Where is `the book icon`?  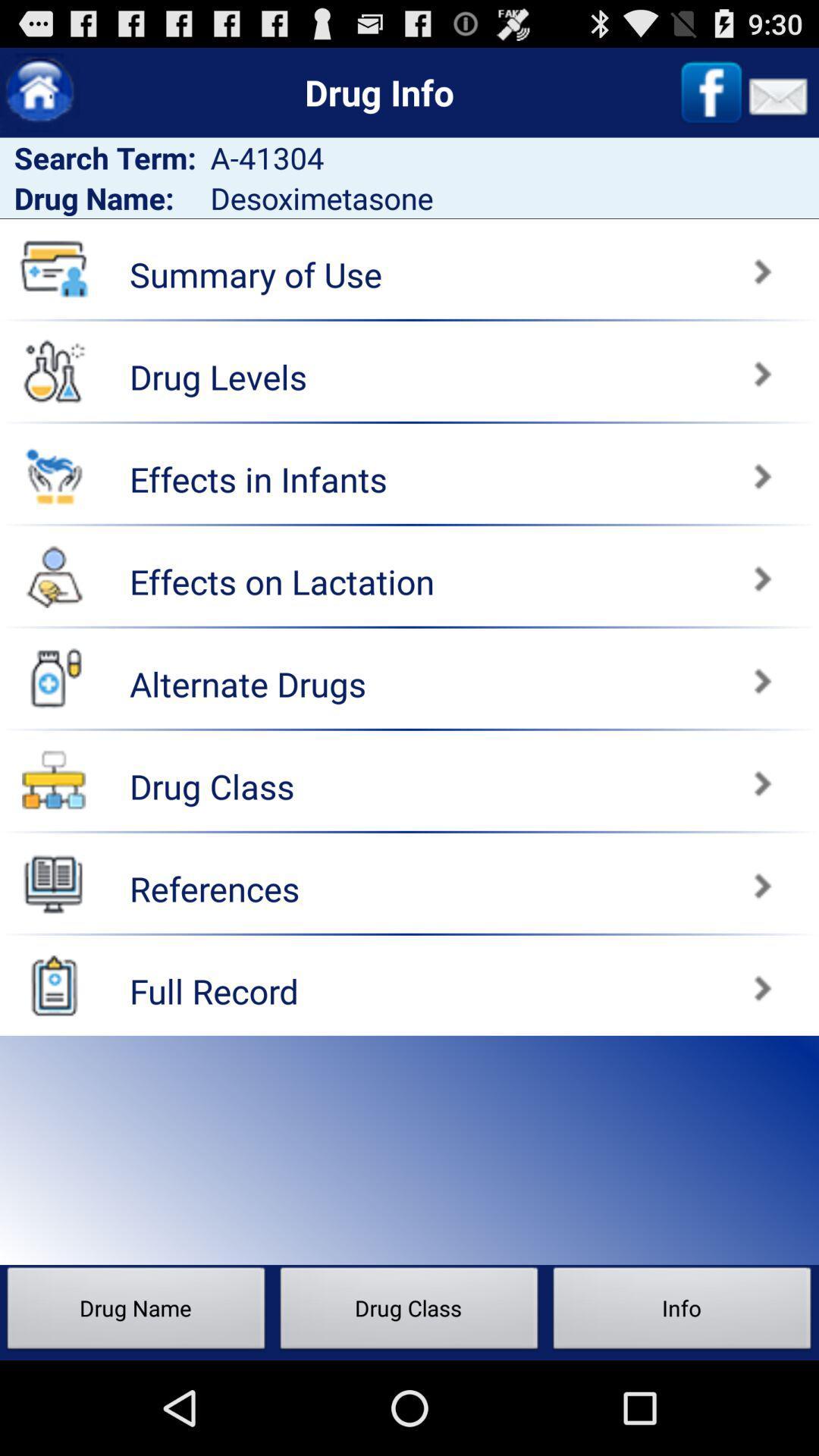
the book icon is located at coordinates (53, 944).